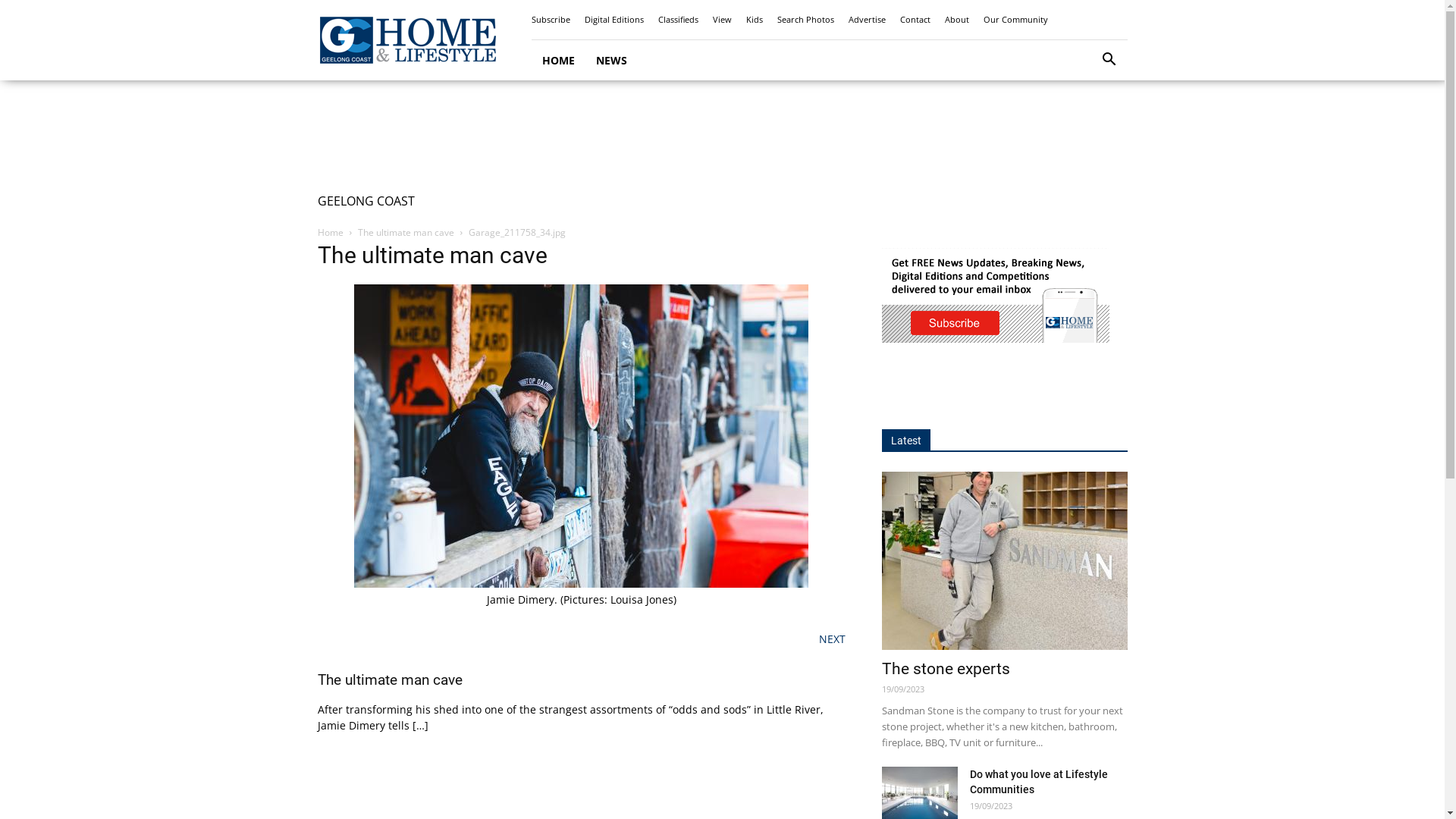  Describe the element at coordinates (831, 639) in the screenshot. I see `'NEXT'` at that location.